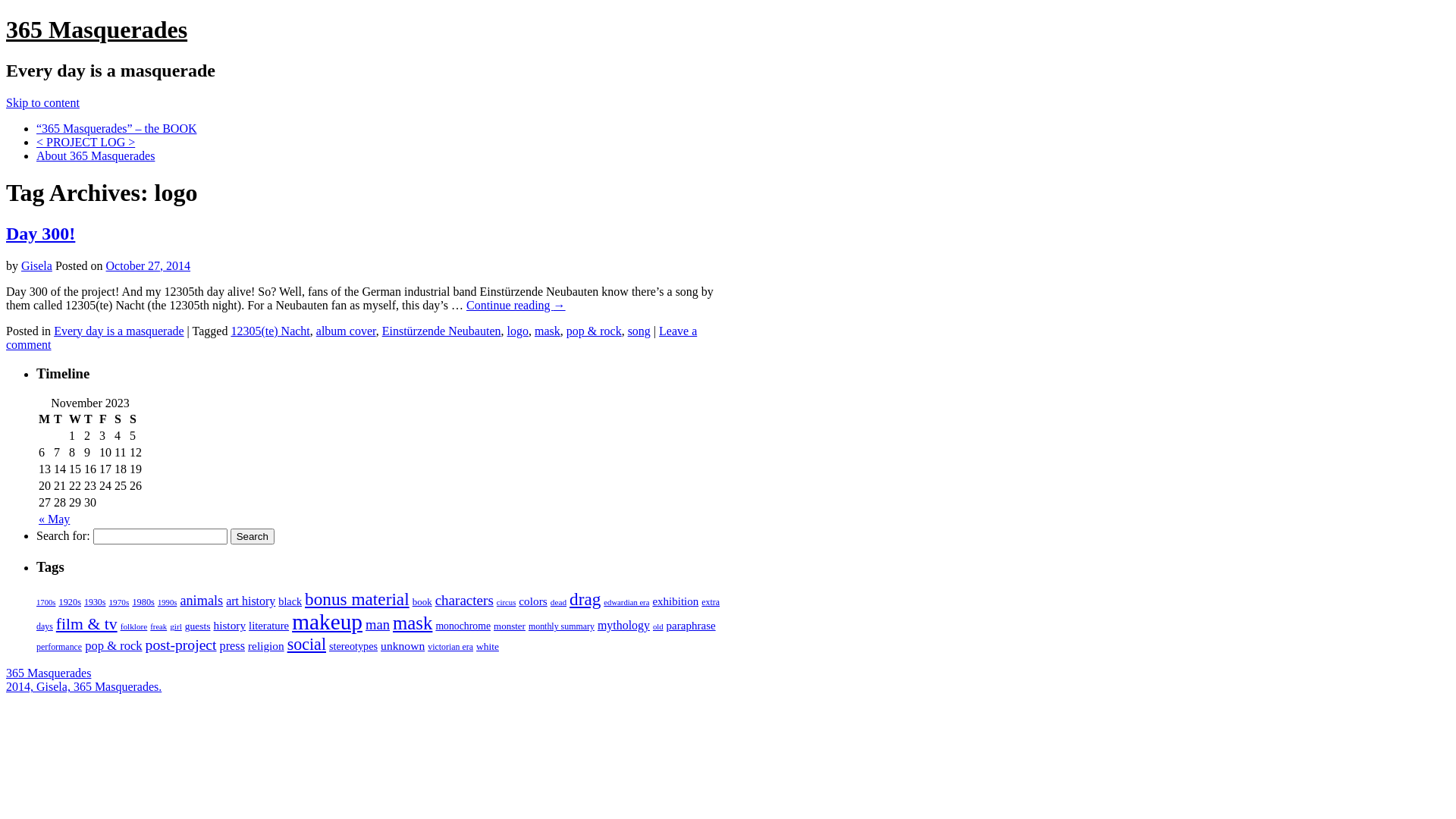 This screenshot has height=819, width=1456. What do you see at coordinates (105, 265) in the screenshot?
I see `'October 27, 2014'` at bounding box center [105, 265].